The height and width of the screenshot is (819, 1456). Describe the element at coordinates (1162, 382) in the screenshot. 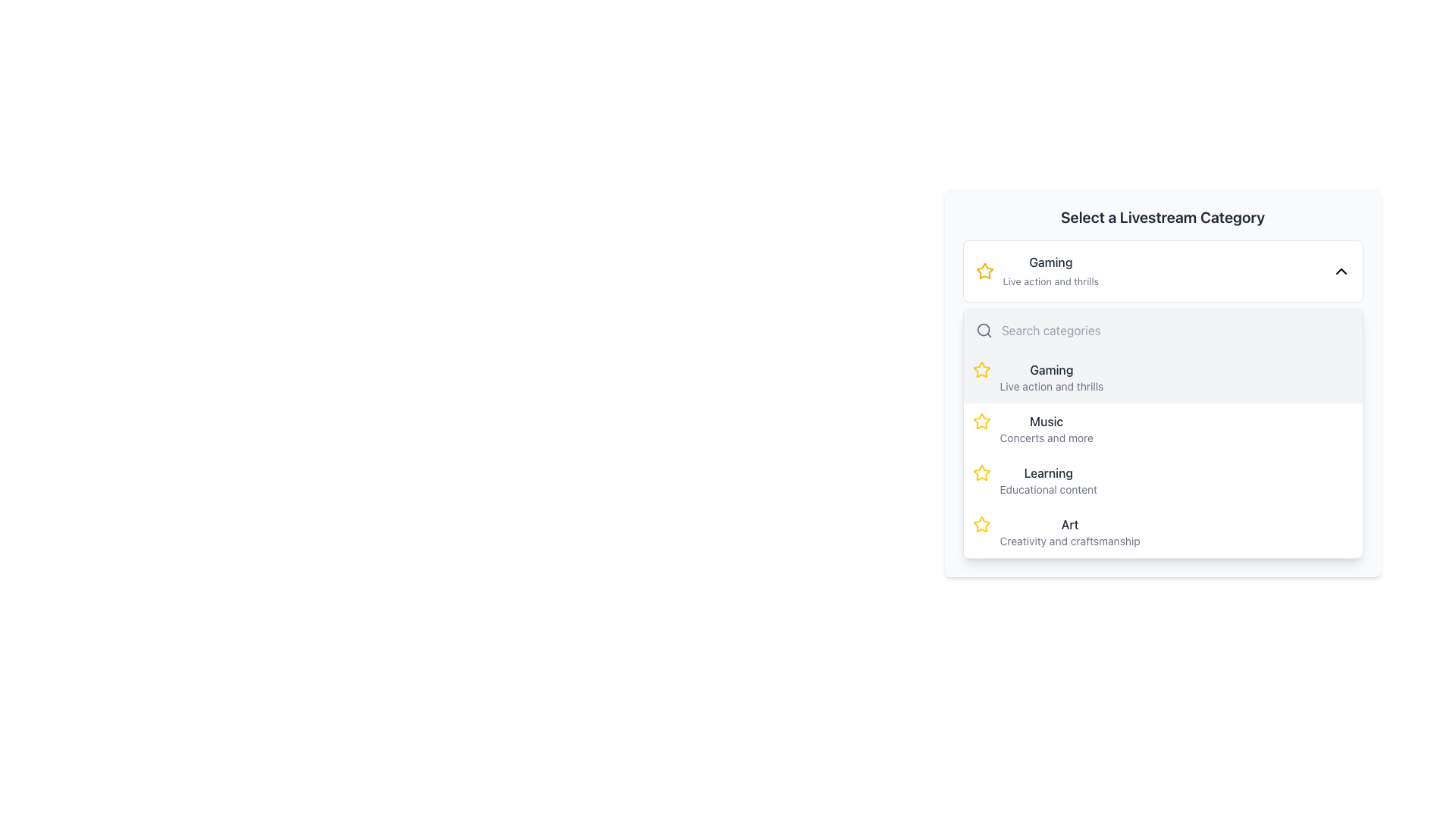

I see `the first selectable category item labeled 'Gaming' within the dropdown menu` at that location.